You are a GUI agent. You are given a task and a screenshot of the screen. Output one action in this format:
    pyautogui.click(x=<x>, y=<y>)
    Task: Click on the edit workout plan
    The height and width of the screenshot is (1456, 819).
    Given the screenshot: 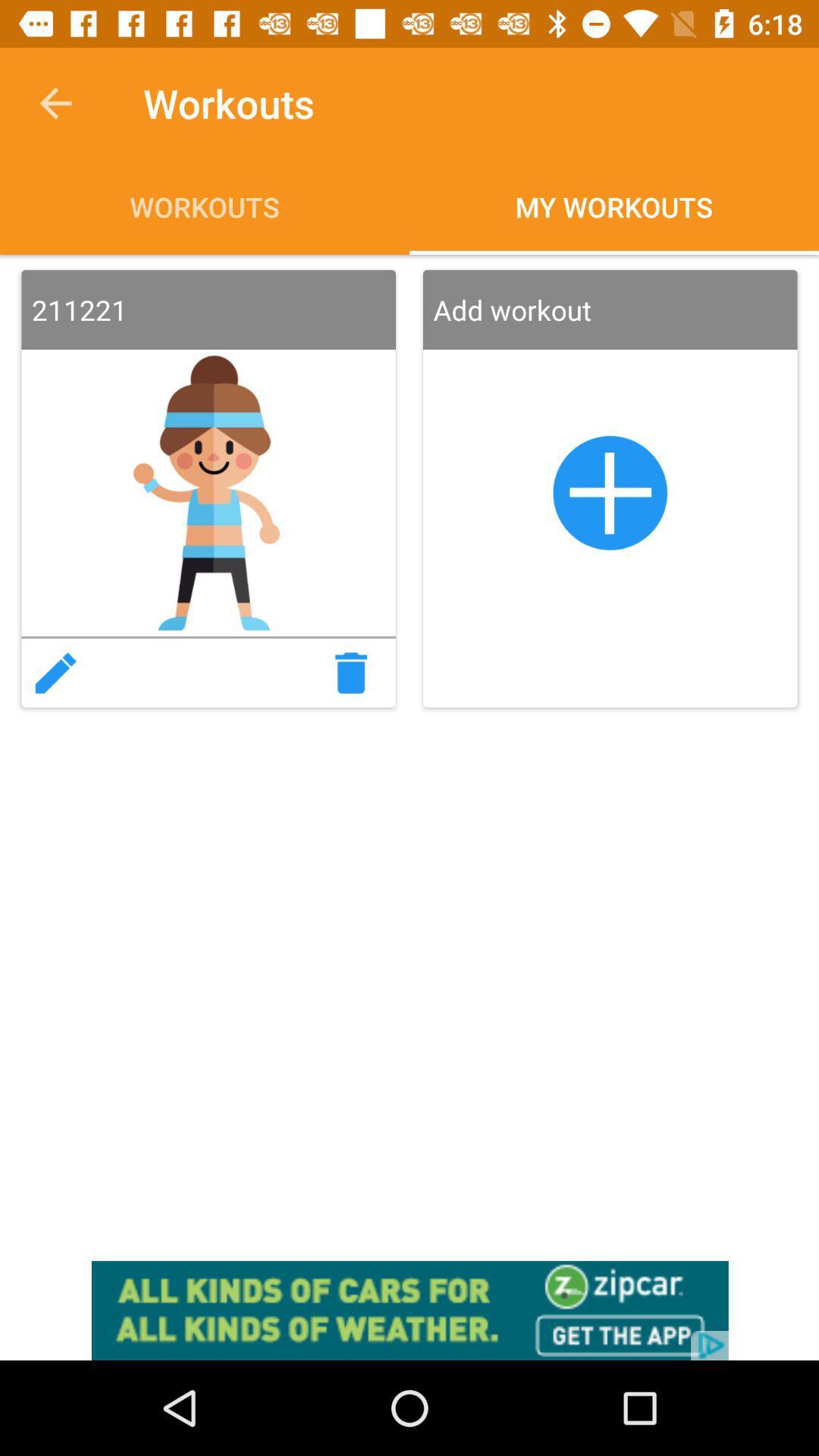 What is the action you would take?
    pyautogui.click(x=55, y=672)
    